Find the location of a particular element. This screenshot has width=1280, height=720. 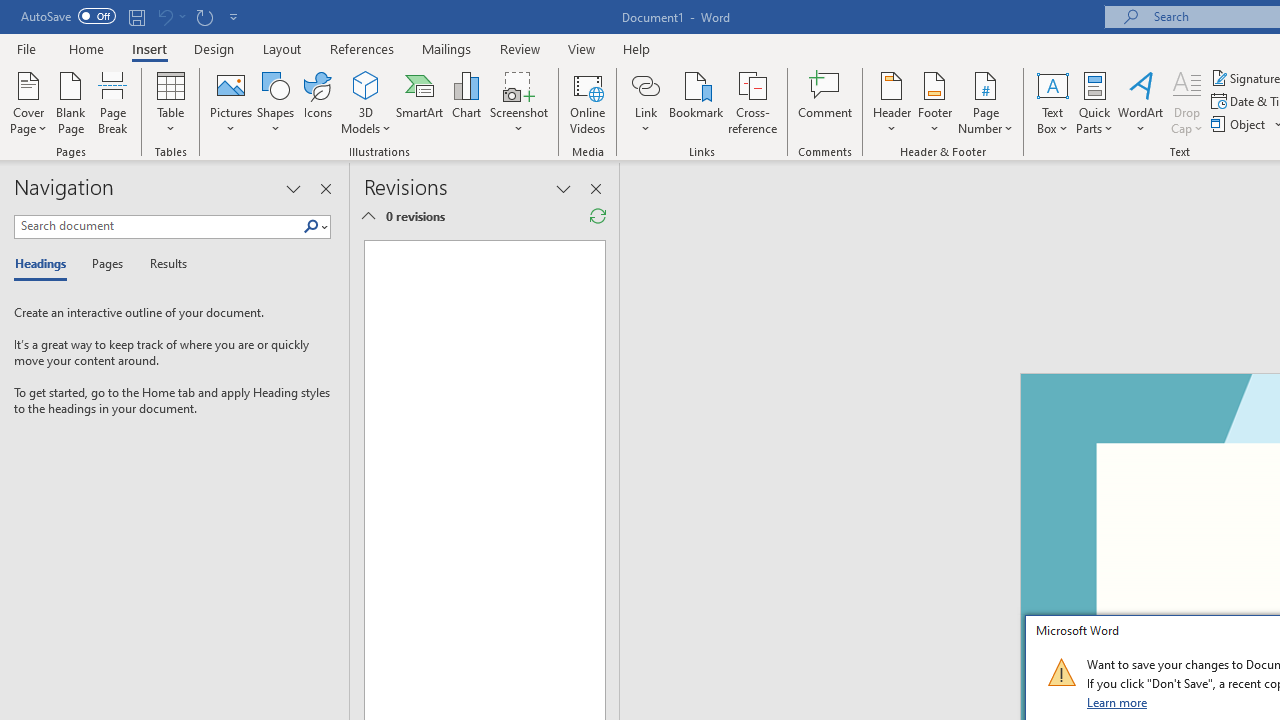

'Object...' is located at coordinates (1239, 124).